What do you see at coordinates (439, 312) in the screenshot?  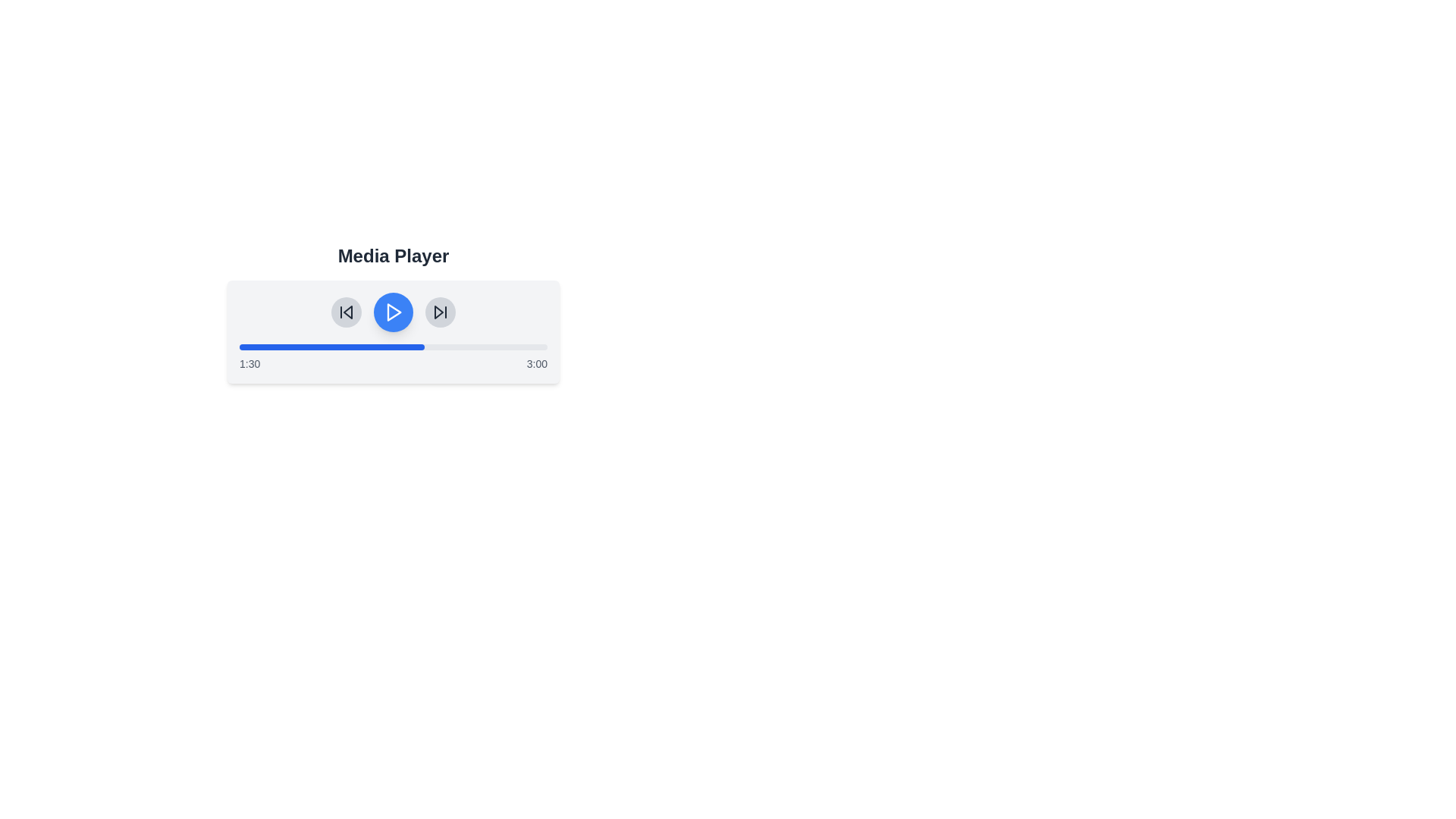 I see `the rightmost circular button with a gray background and skip-forward icon in the media player interface for a visual highlight effect` at bounding box center [439, 312].